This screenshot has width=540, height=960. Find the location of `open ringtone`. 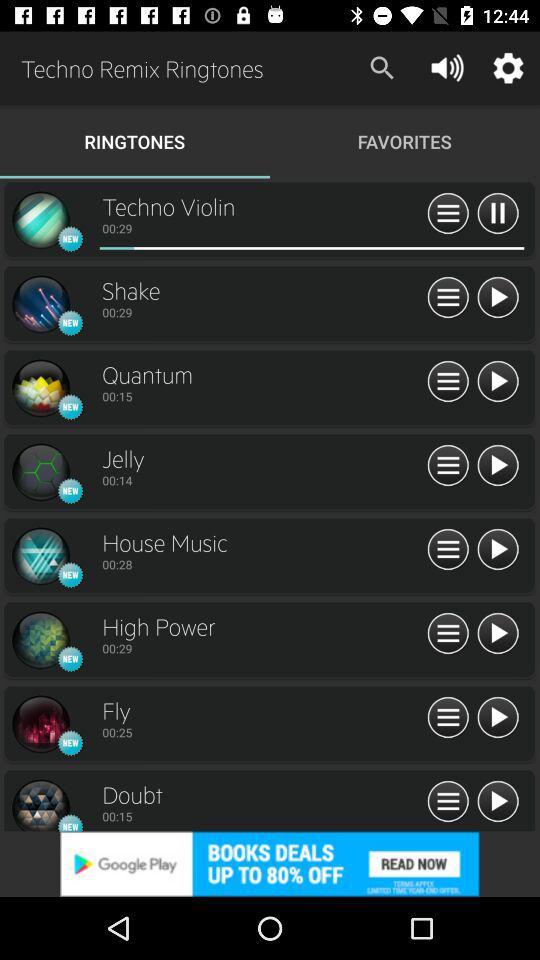

open ringtone is located at coordinates (40, 723).